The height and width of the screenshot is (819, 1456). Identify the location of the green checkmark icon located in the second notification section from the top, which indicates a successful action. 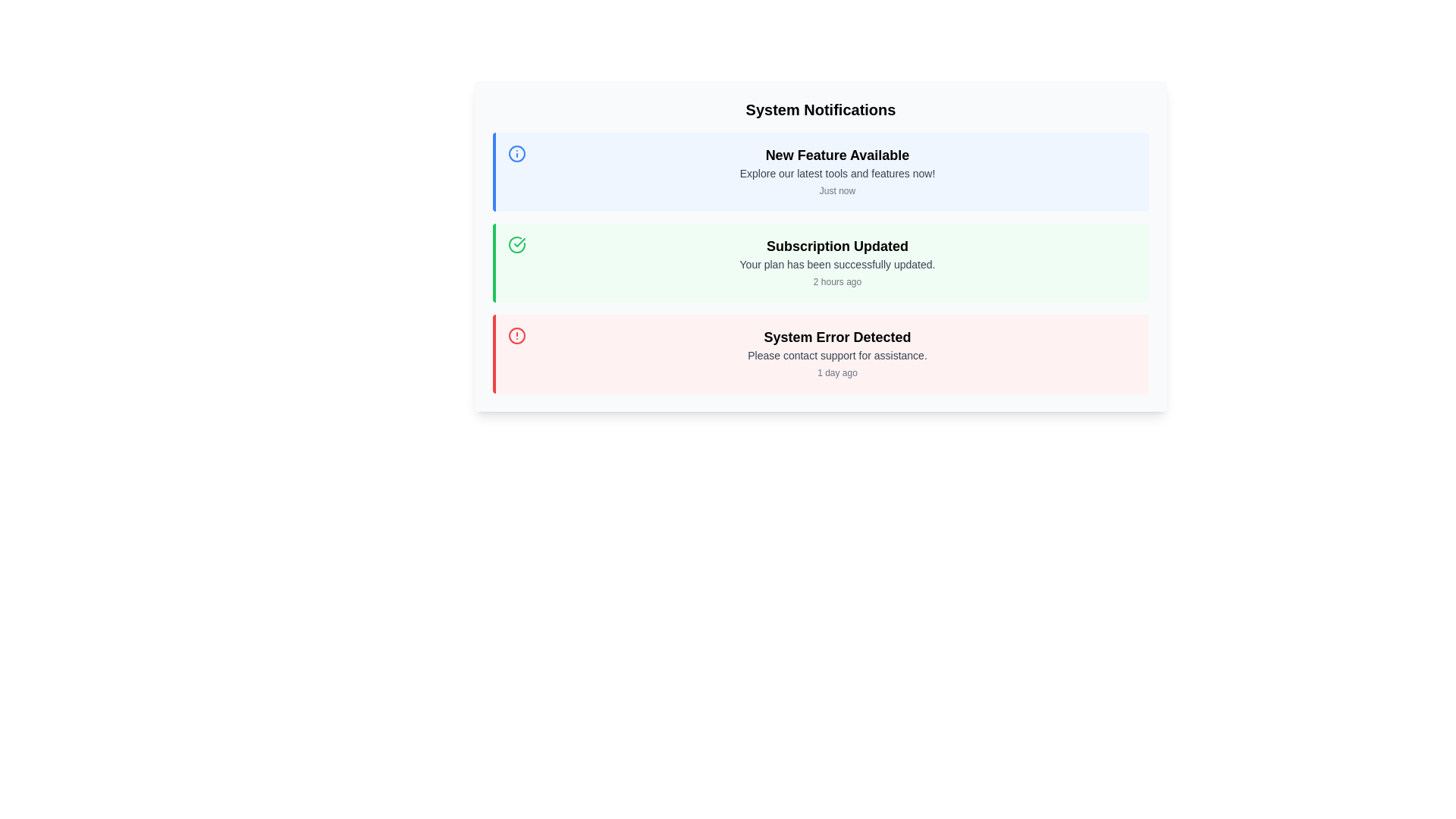
(516, 244).